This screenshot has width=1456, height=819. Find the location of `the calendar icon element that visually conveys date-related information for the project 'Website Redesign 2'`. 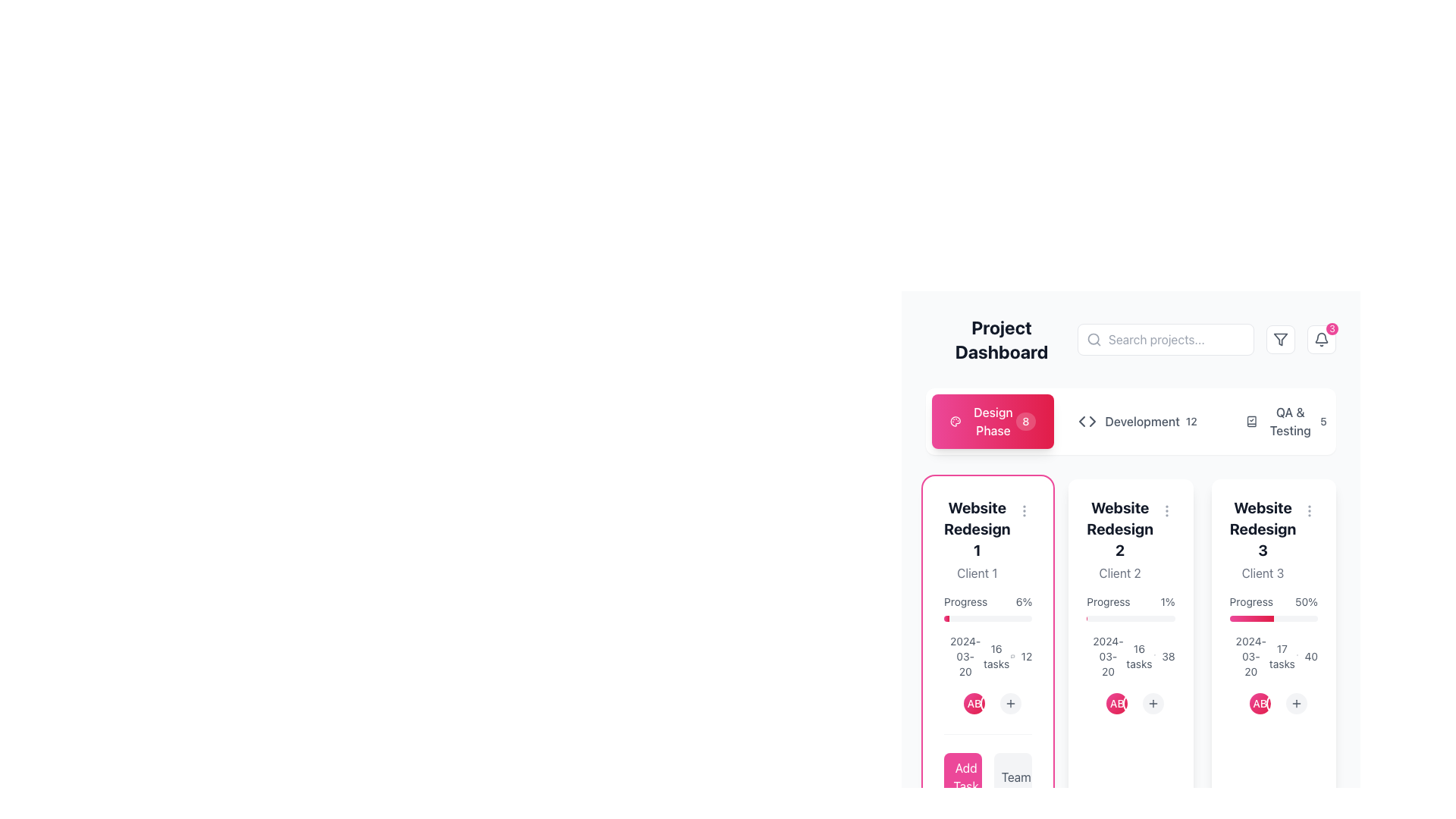

the calendar icon element that visually conveys date-related information for the project 'Website Redesign 2' is located at coordinates (1096, 660).